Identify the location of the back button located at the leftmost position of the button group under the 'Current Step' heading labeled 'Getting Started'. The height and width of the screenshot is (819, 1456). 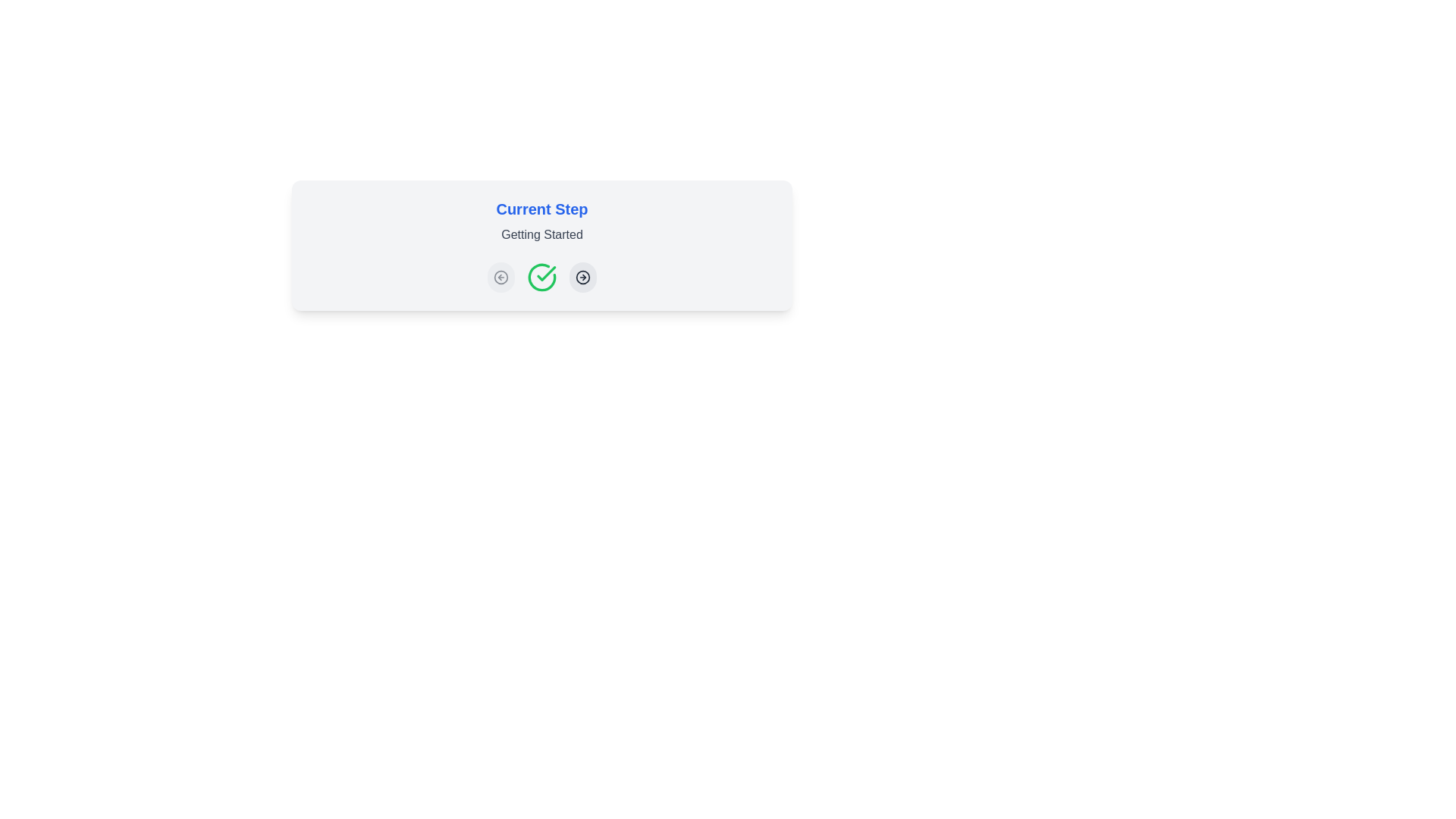
(501, 278).